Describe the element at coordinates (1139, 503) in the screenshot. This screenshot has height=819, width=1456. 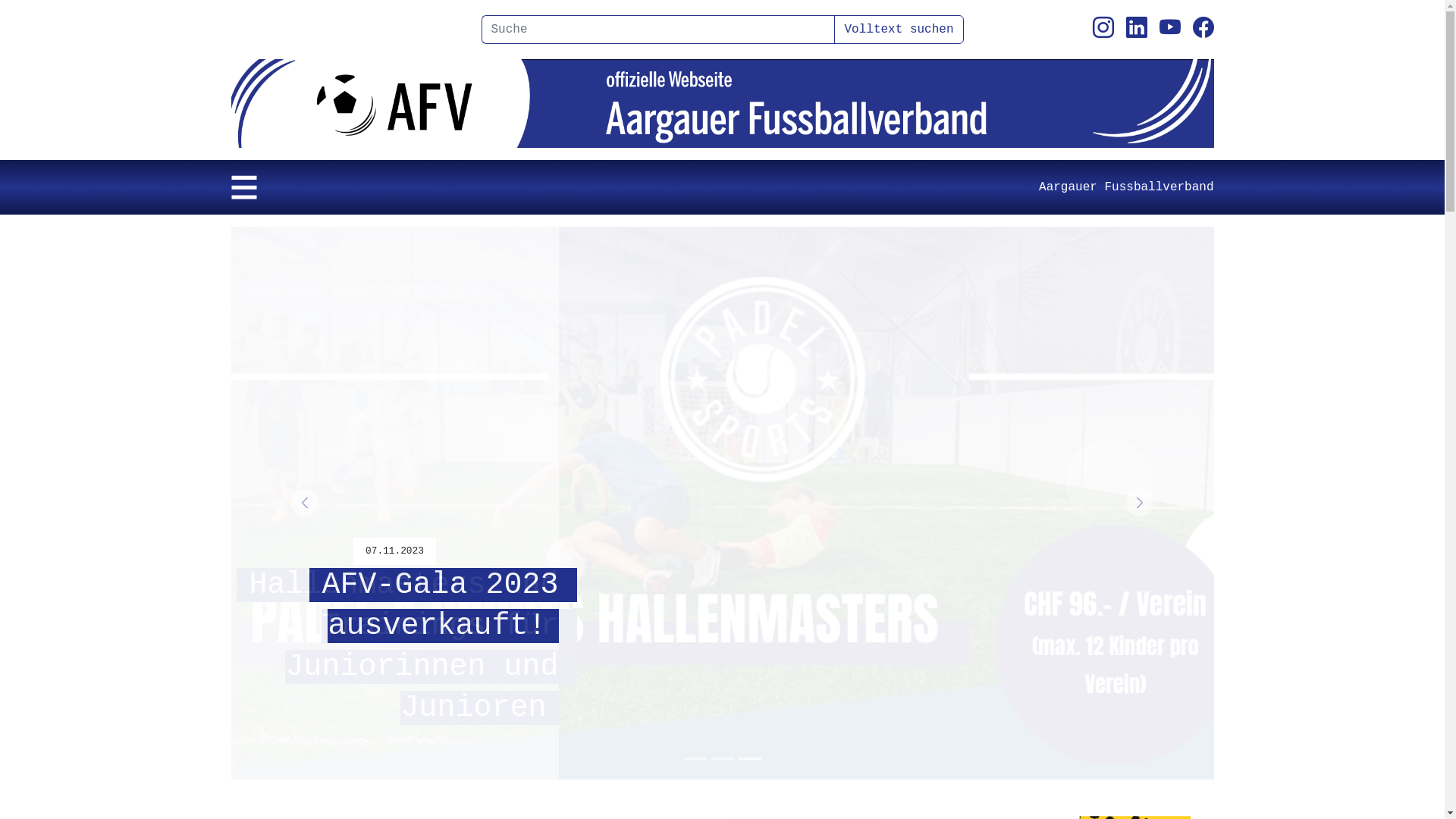
I see `'Next'` at that location.